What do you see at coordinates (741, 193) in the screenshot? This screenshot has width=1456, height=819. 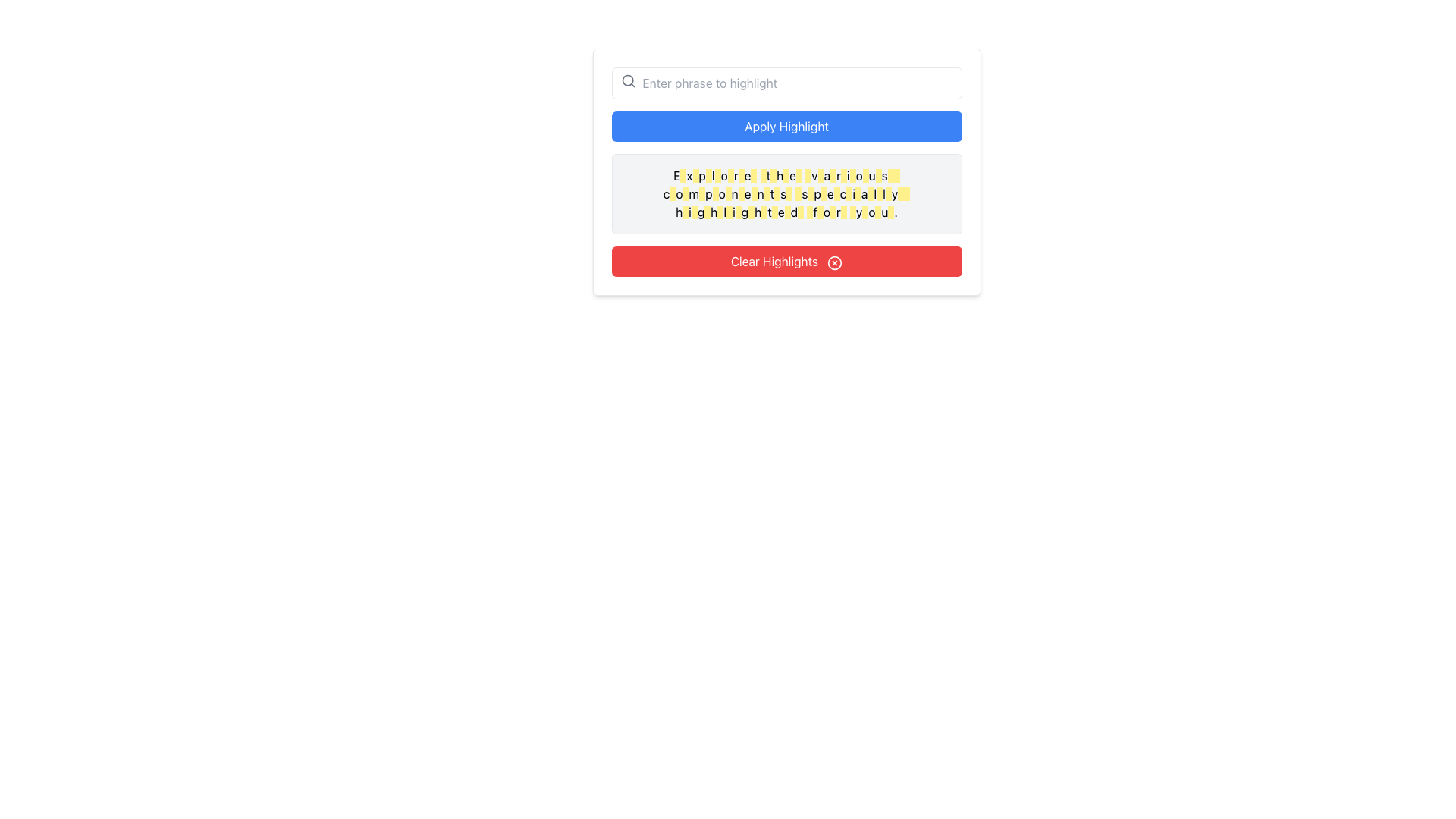 I see `the 6th highlight in the second row of highlighted words in the text 'Explore the various components specially highlighted for you.'` at bounding box center [741, 193].